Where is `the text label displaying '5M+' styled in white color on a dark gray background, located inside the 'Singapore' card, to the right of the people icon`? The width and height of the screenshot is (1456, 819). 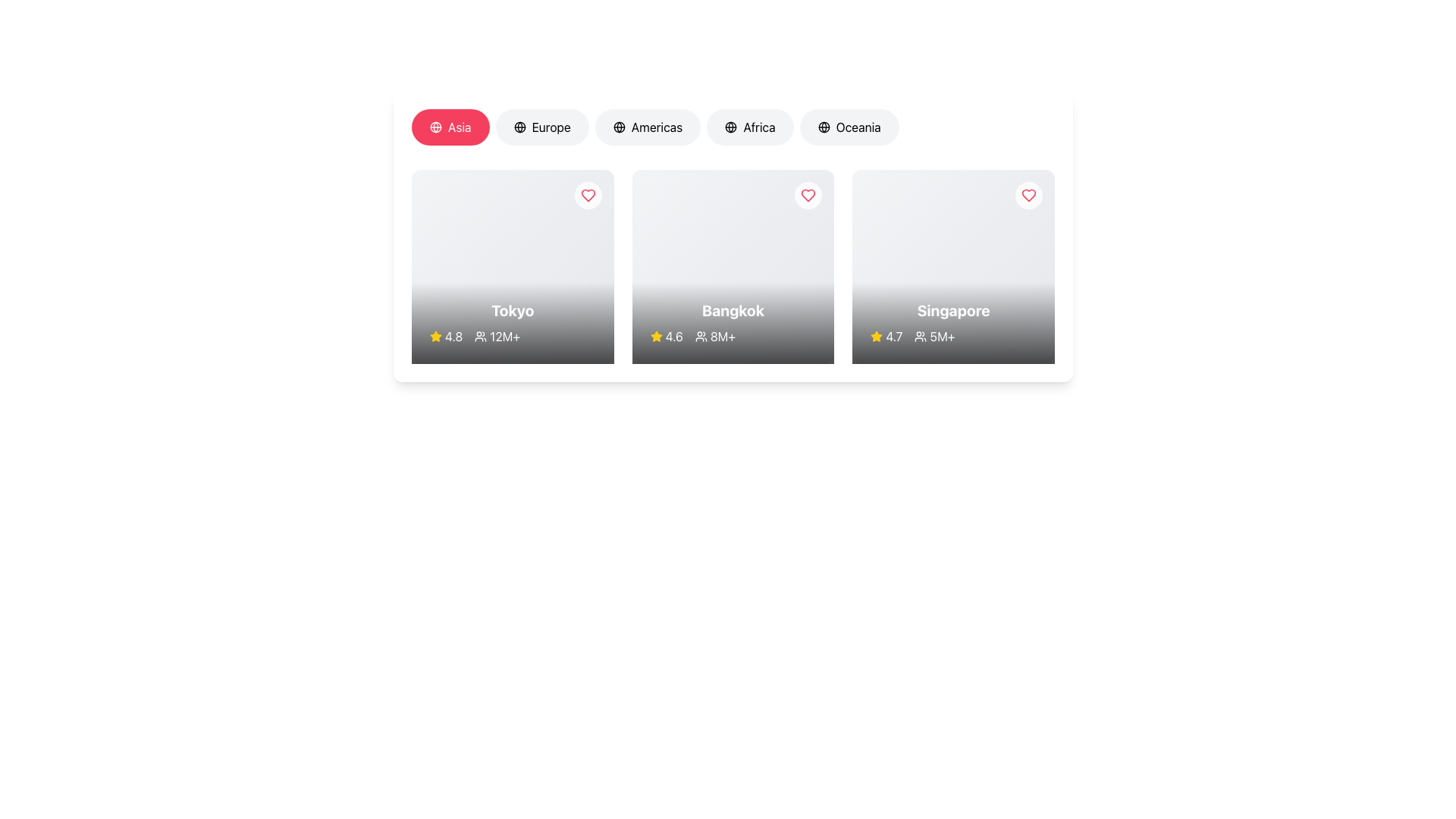
the text label displaying '5M+' styled in white color on a dark gray background, located inside the 'Singapore' card, to the right of the people icon is located at coordinates (942, 335).